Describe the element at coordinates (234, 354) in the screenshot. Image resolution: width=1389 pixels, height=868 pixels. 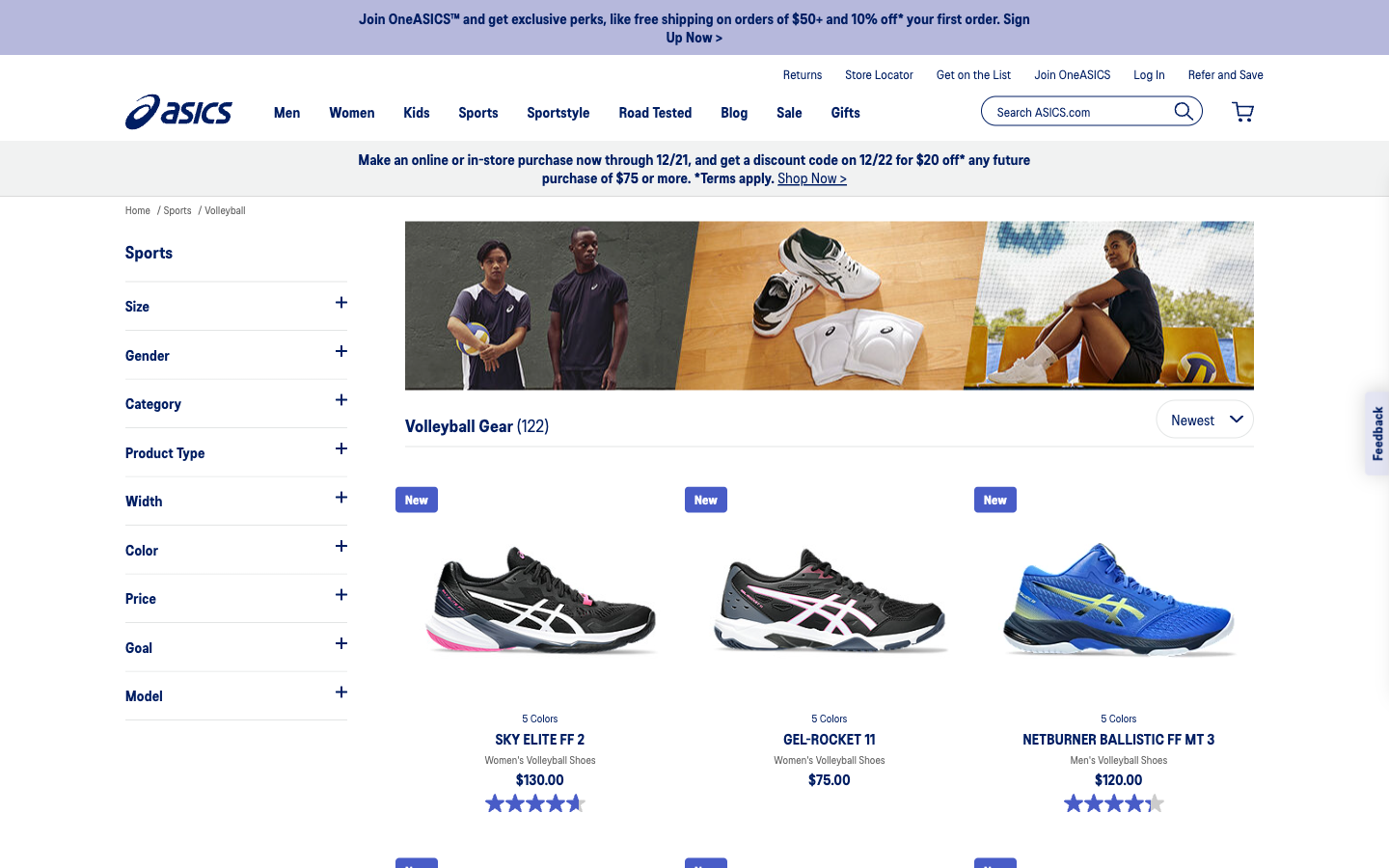
I see `Show the selection designed for women` at that location.